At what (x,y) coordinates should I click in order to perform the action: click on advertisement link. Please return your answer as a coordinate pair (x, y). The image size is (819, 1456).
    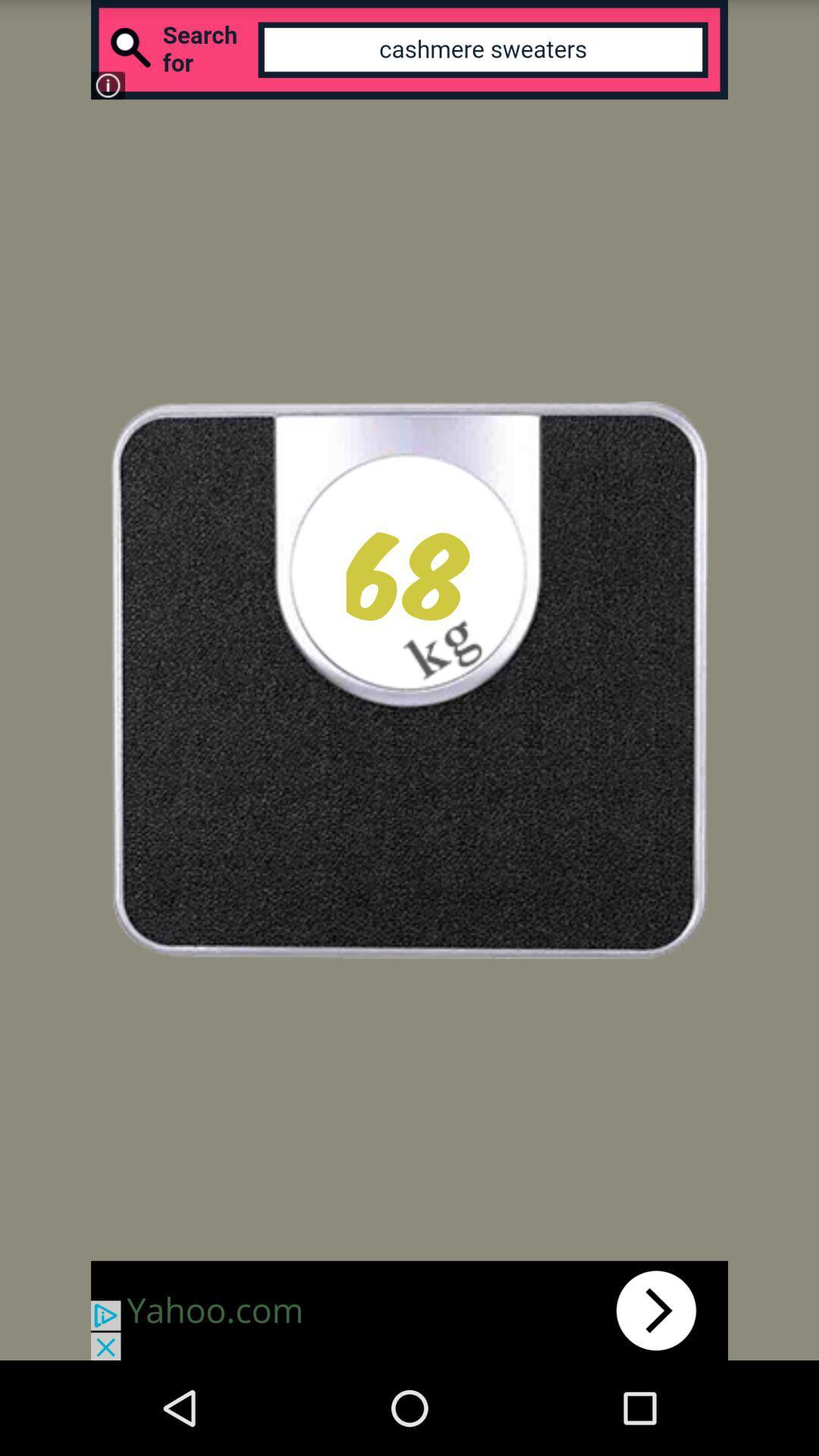
    Looking at the image, I should click on (409, 1310).